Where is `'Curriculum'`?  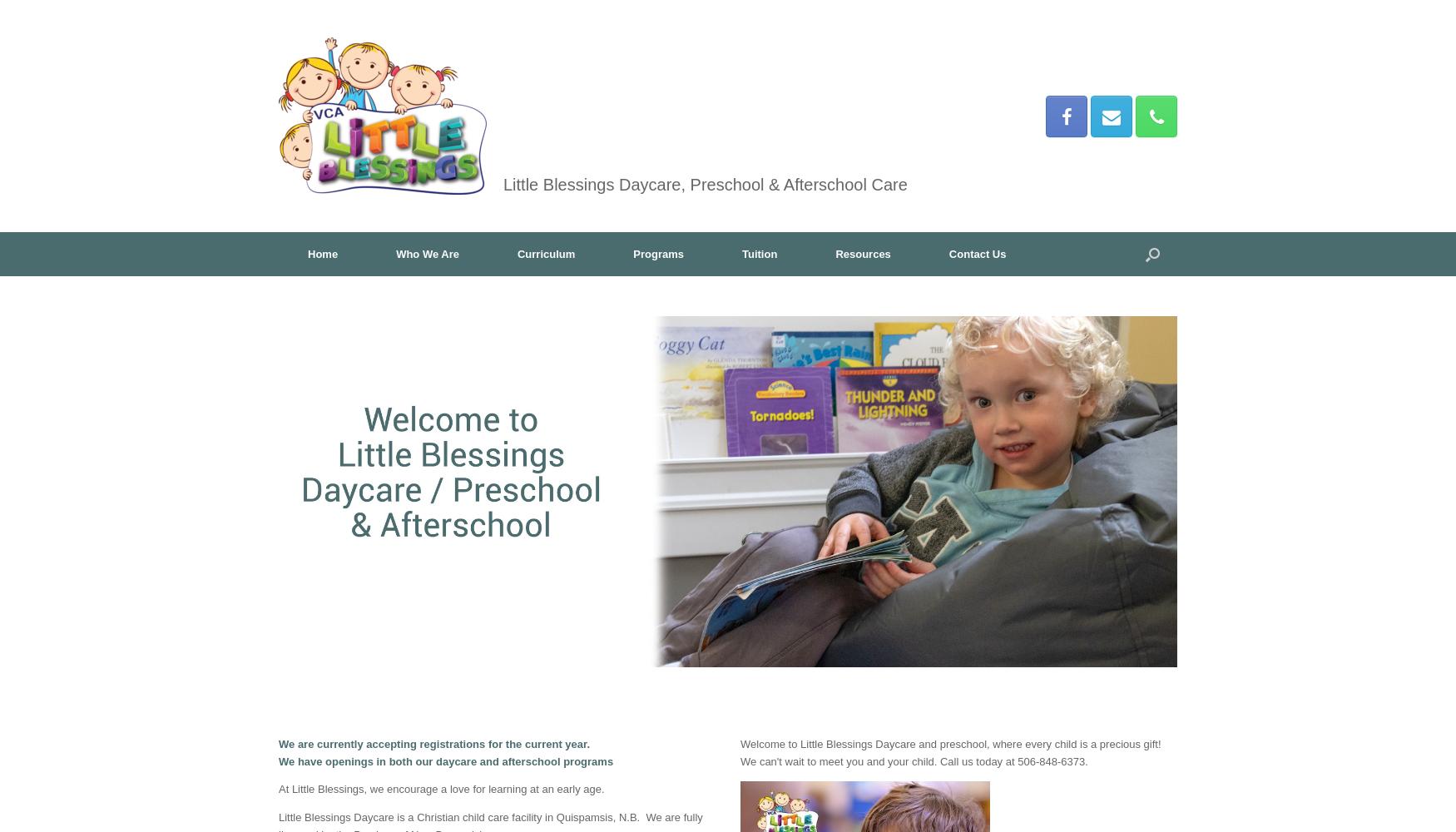 'Curriculum' is located at coordinates (545, 254).